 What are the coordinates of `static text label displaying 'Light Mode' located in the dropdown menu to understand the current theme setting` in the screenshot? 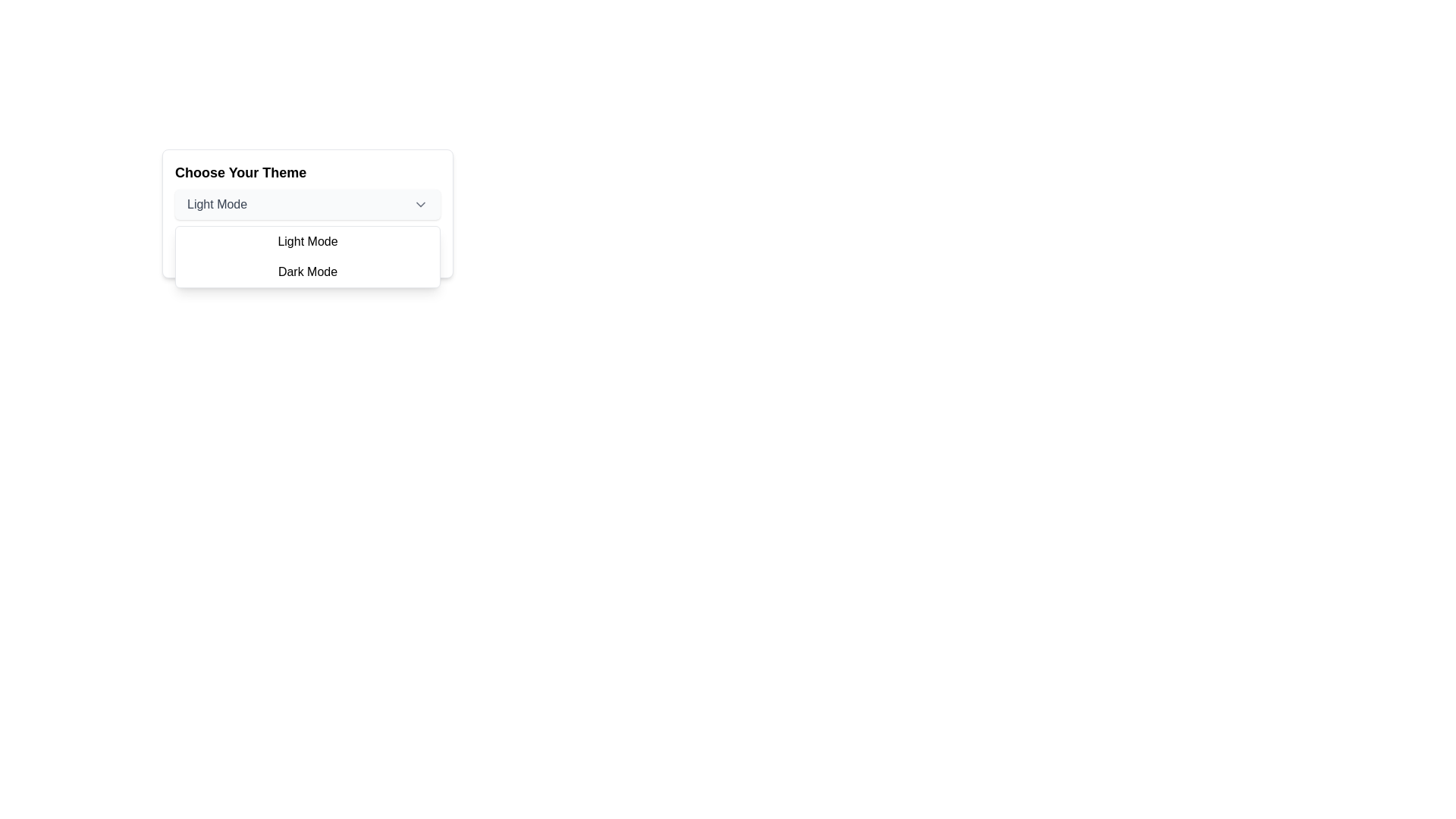 It's located at (216, 205).